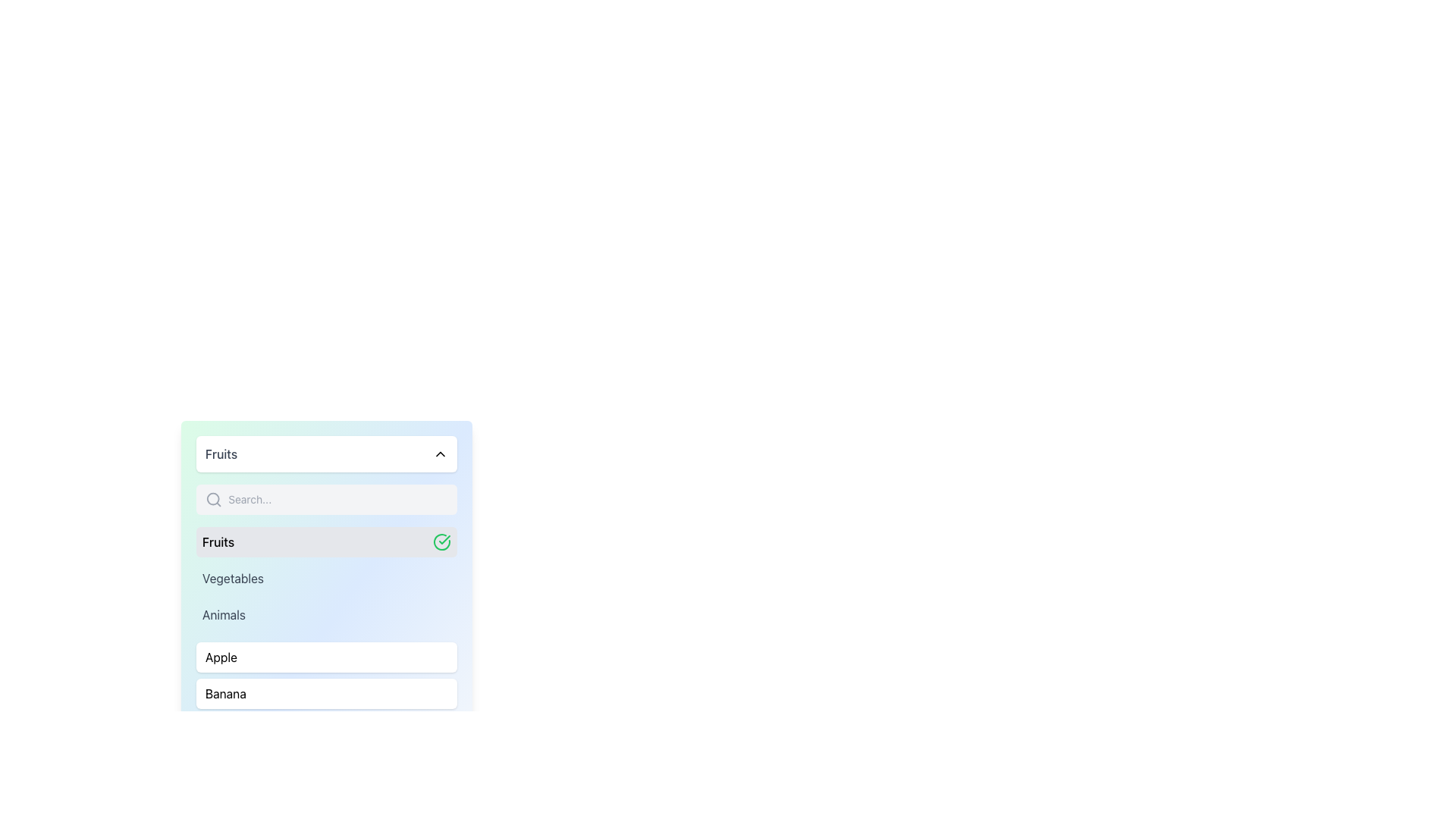 The width and height of the screenshot is (1456, 819). I want to click on the 'Animals' text label, which is positioned below 'Vegetables' and above 'Apple' in the selectable options list, so click(223, 614).